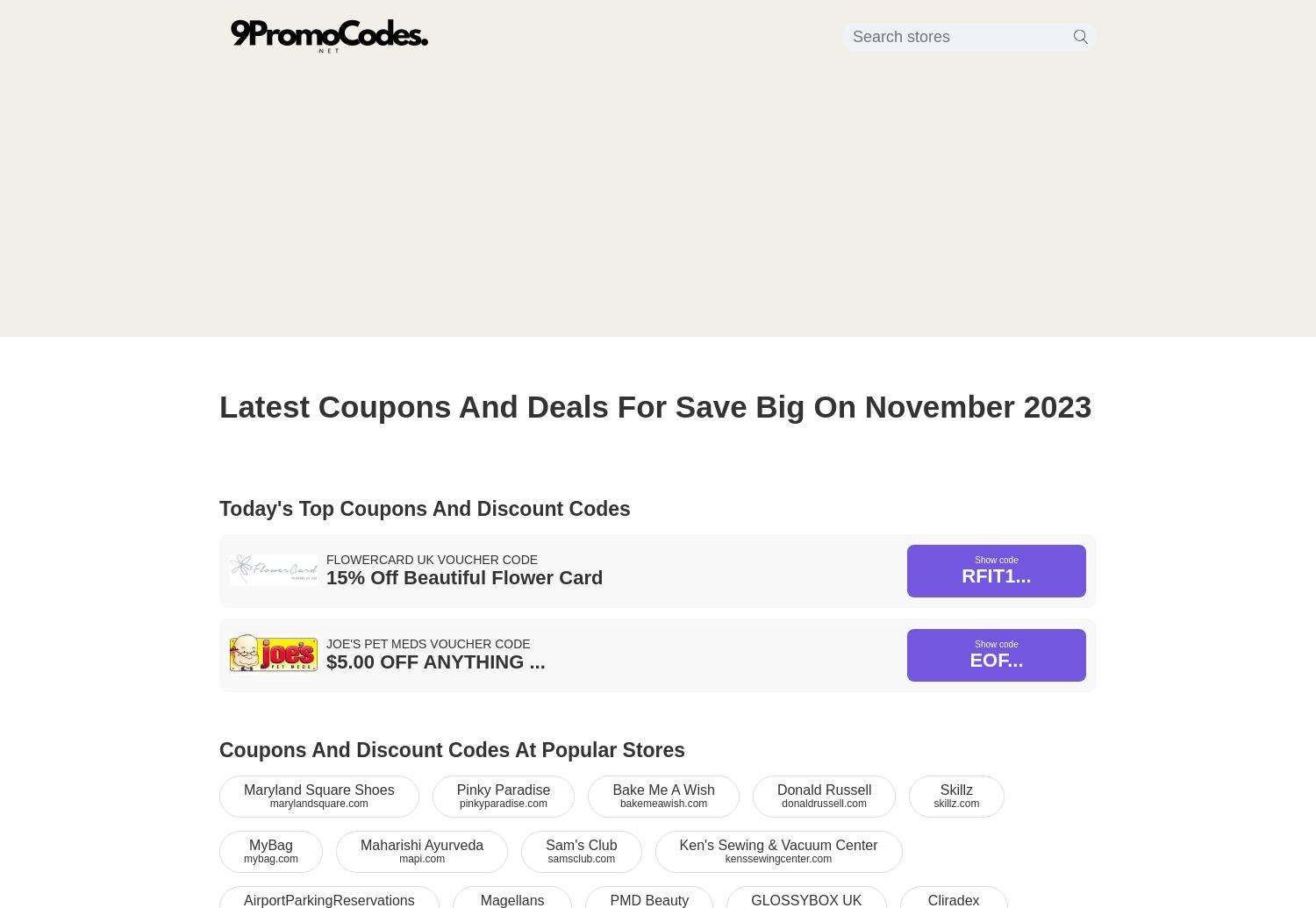 The height and width of the screenshot is (908, 1316). What do you see at coordinates (329, 899) in the screenshot?
I see `'AirportParkingReservations'` at bounding box center [329, 899].